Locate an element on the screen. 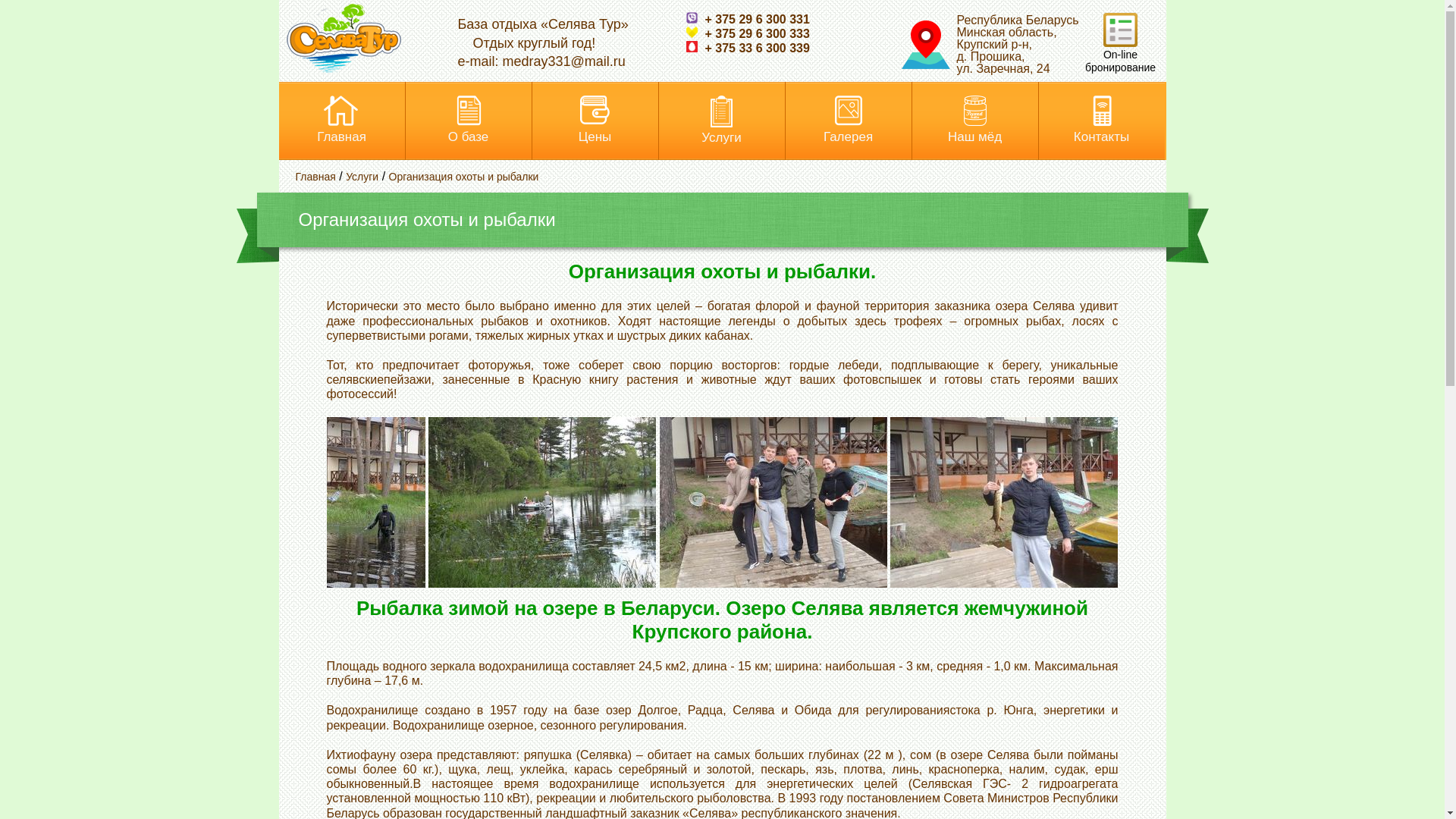 The image size is (1456, 819). '+ 375 29 6 300 333' is located at coordinates (684, 33).